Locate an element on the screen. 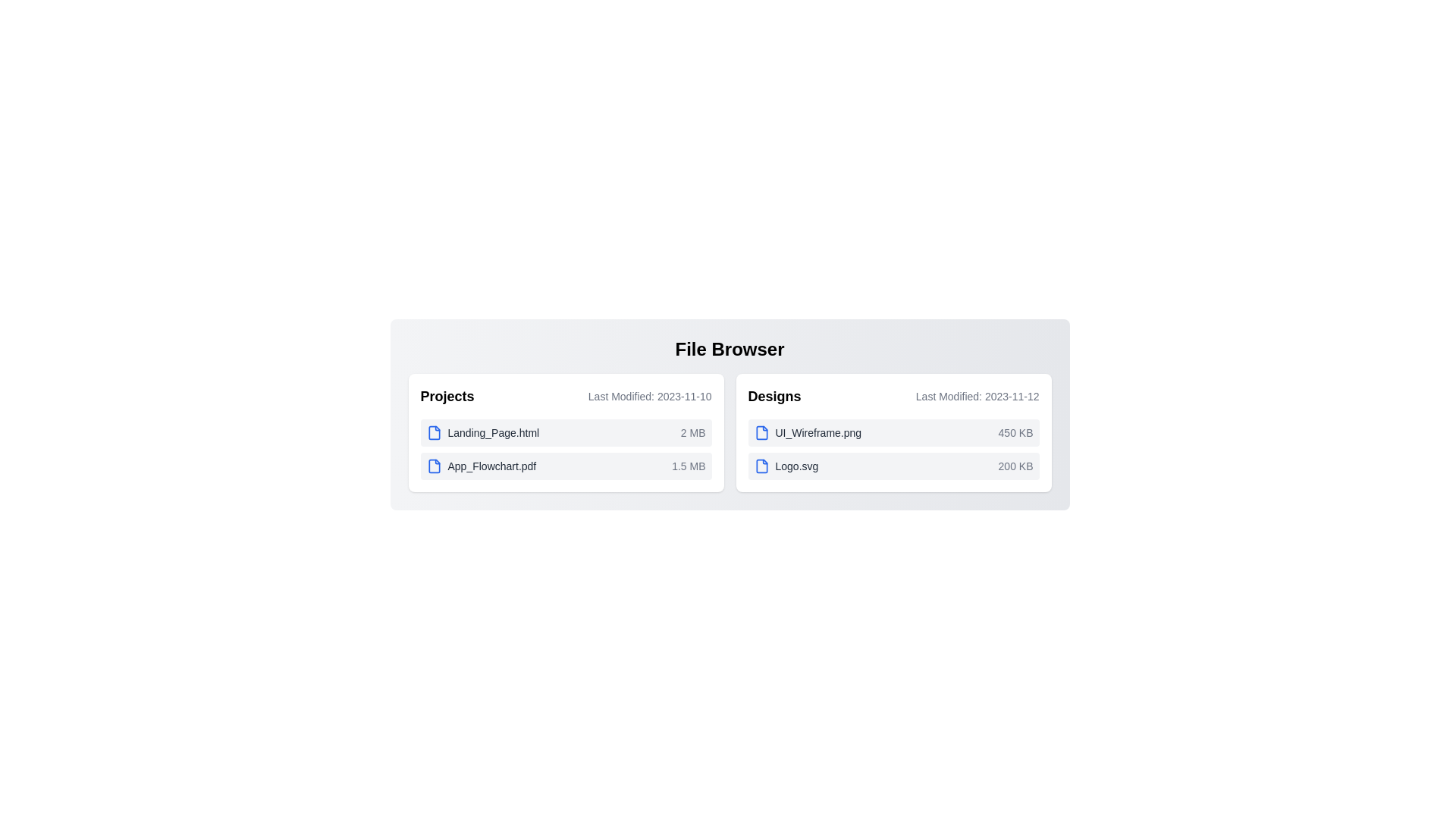 The width and height of the screenshot is (1456, 819). the file entry Landing_Page.html to highlight it is located at coordinates (565, 432).